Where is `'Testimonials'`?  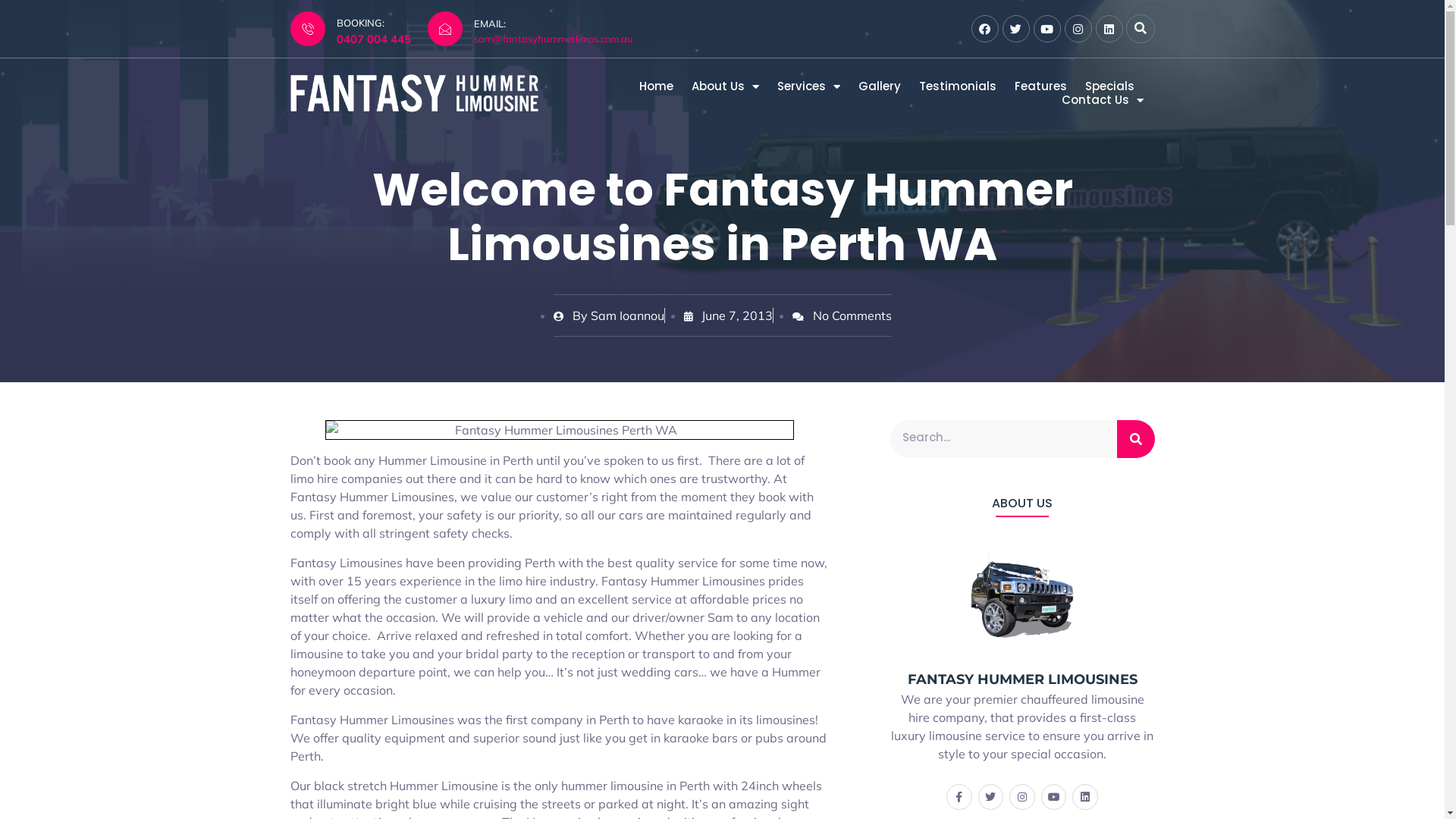
'Testimonials' is located at coordinates (956, 86).